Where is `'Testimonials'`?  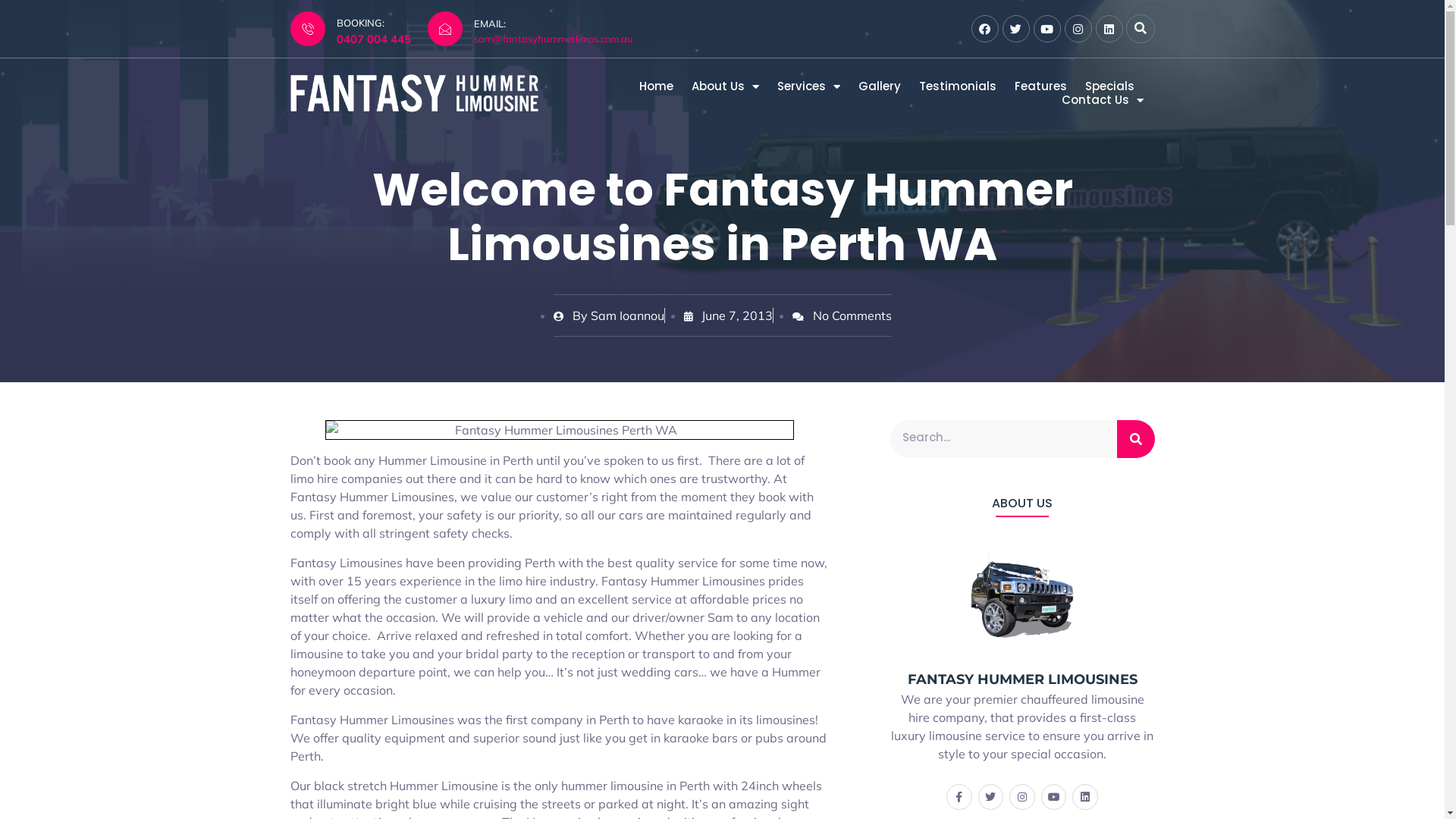
'Testimonials' is located at coordinates (956, 86).